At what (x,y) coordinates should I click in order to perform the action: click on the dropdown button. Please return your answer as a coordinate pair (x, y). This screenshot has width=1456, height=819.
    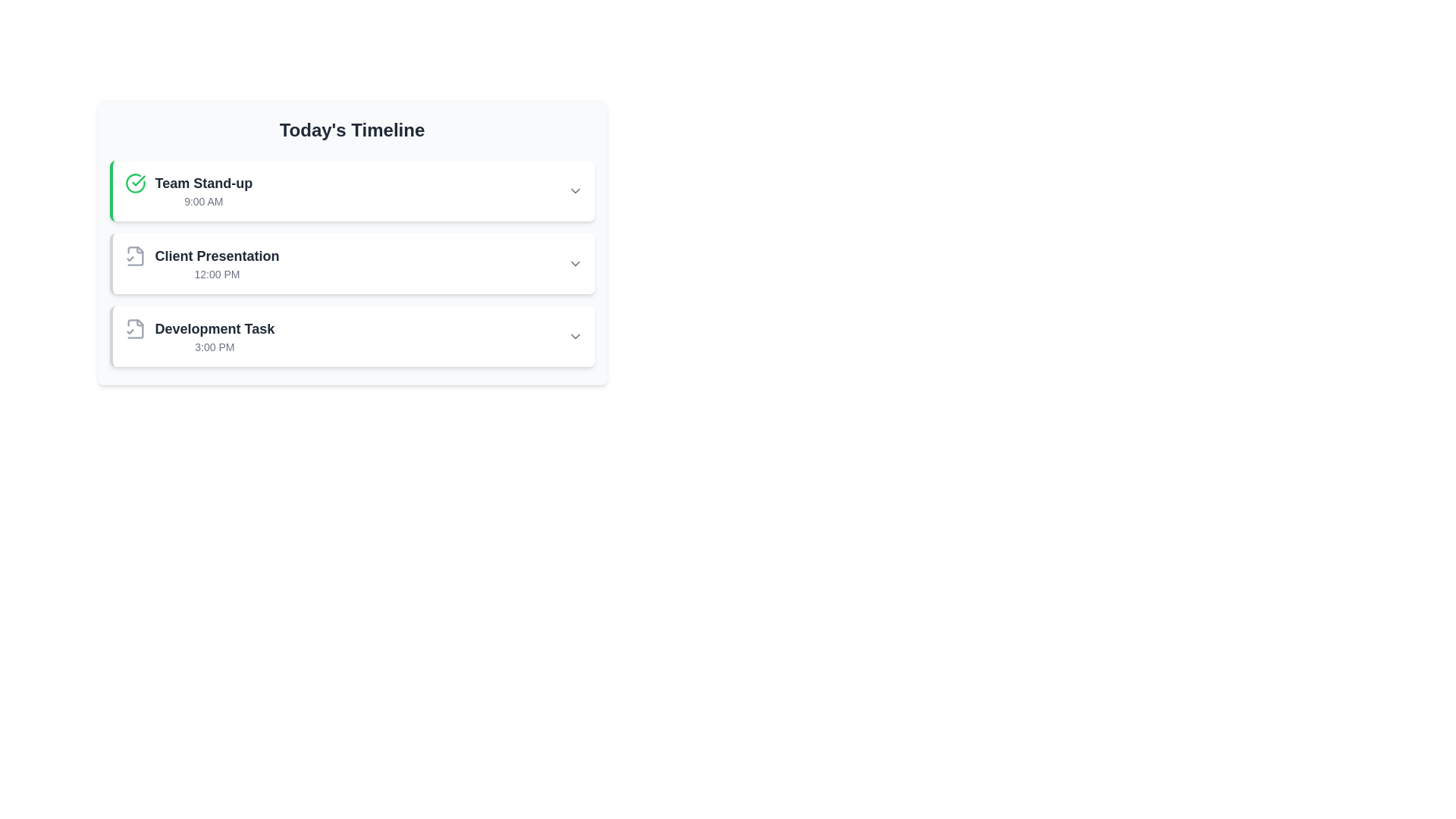
    Looking at the image, I should click on (574, 190).